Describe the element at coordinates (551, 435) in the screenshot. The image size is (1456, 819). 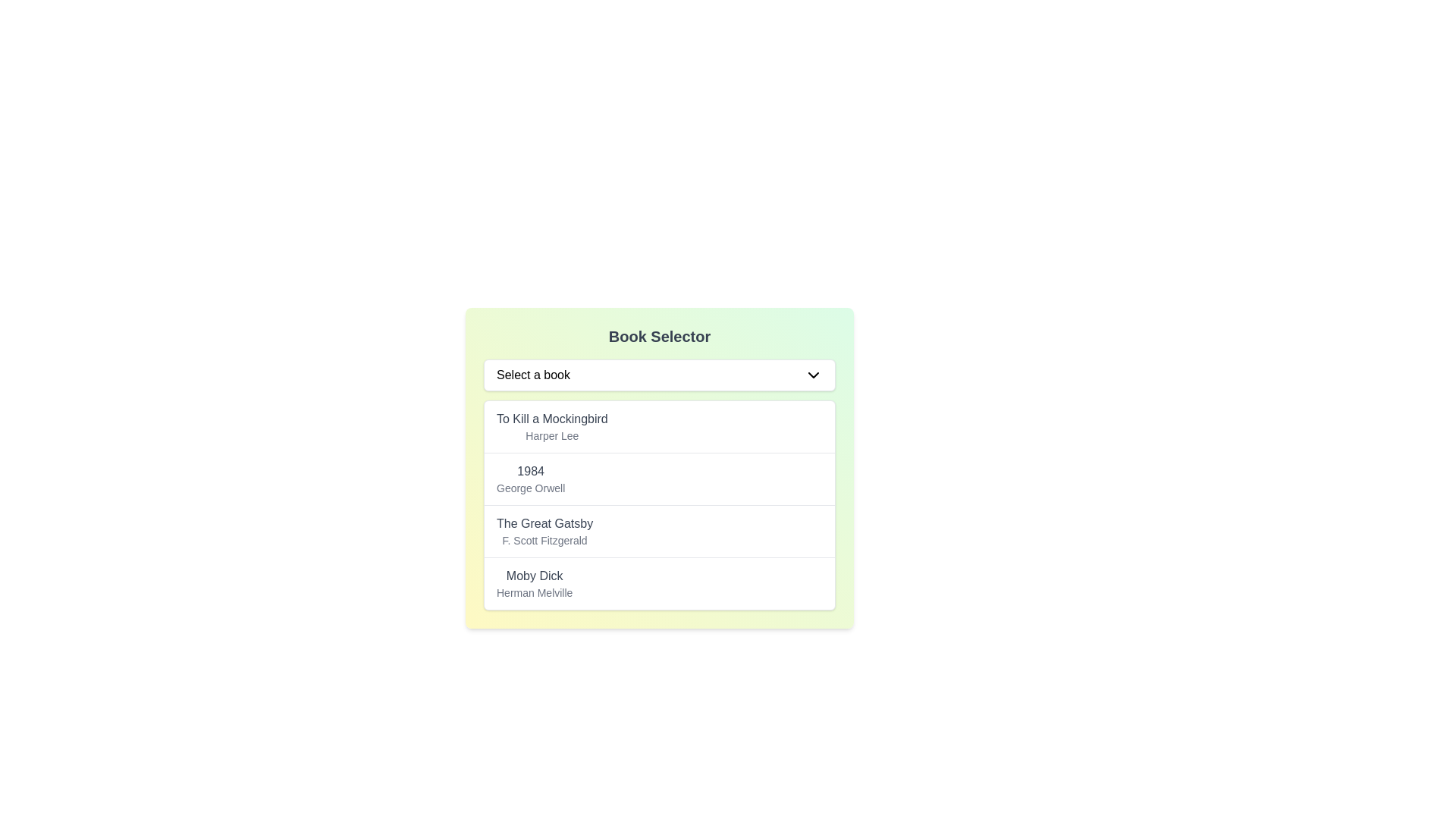
I see `the text label 'Harper Lee', which is displayed in a smaller font size and muted gray color, located under the title 'To Kill a Mockingbird' in the book list` at that location.